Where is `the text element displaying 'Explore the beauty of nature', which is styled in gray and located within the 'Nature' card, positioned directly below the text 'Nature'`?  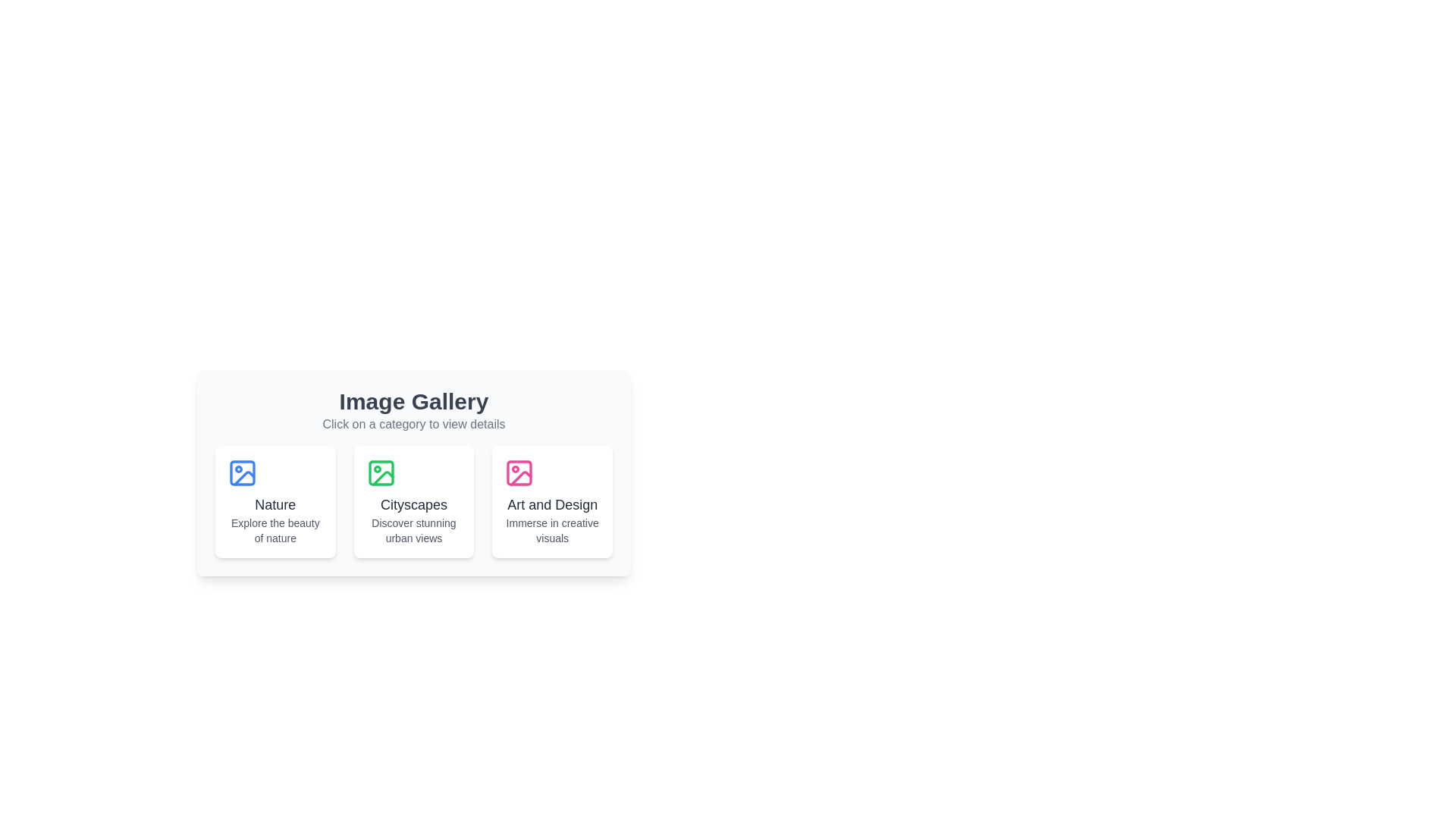 the text element displaying 'Explore the beauty of nature', which is styled in gray and located within the 'Nature' card, positioned directly below the text 'Nature' is located at coordinates (275, 529).